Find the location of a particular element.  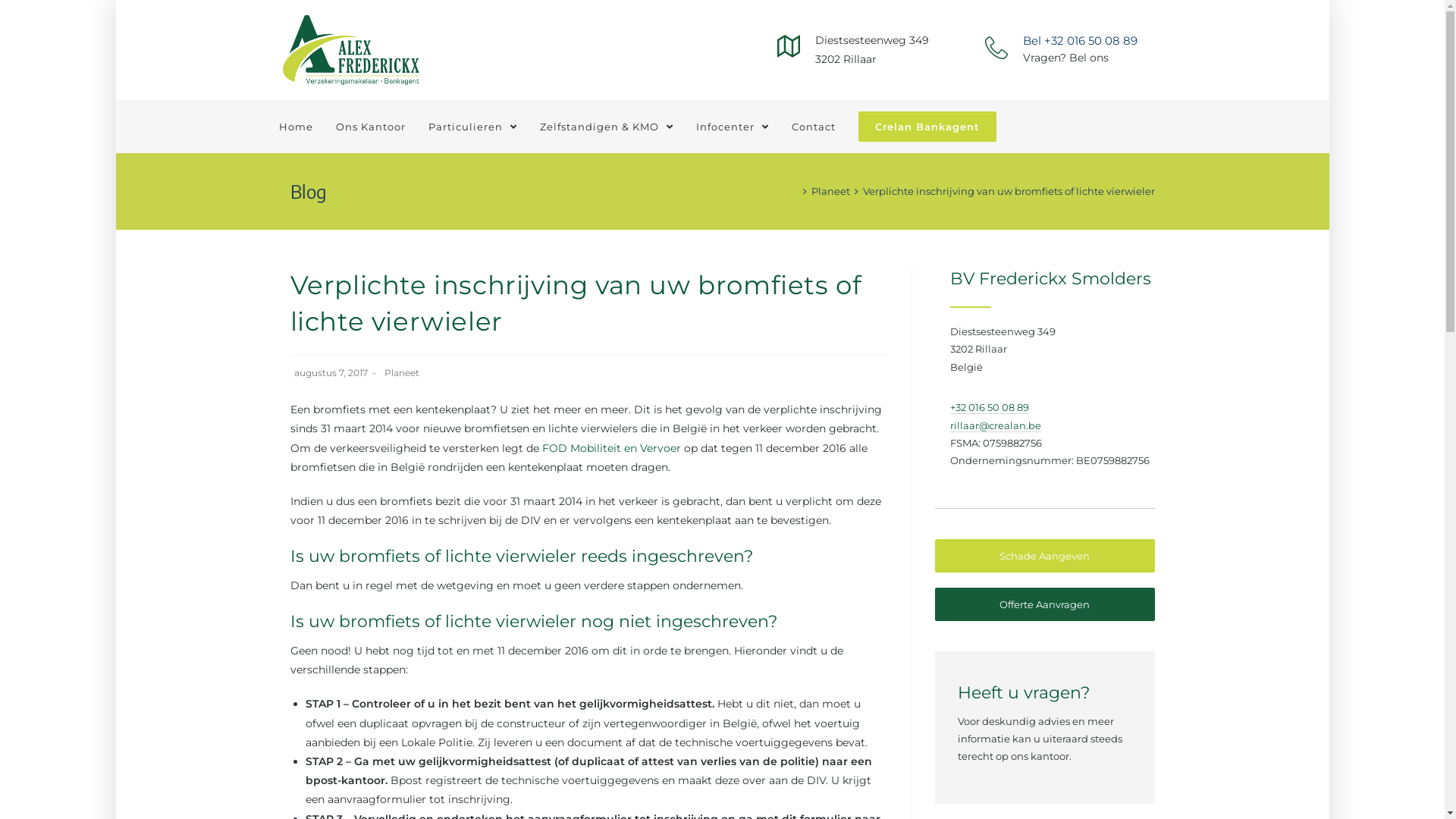

'Infocenter' is located at coordinates (731, 125).